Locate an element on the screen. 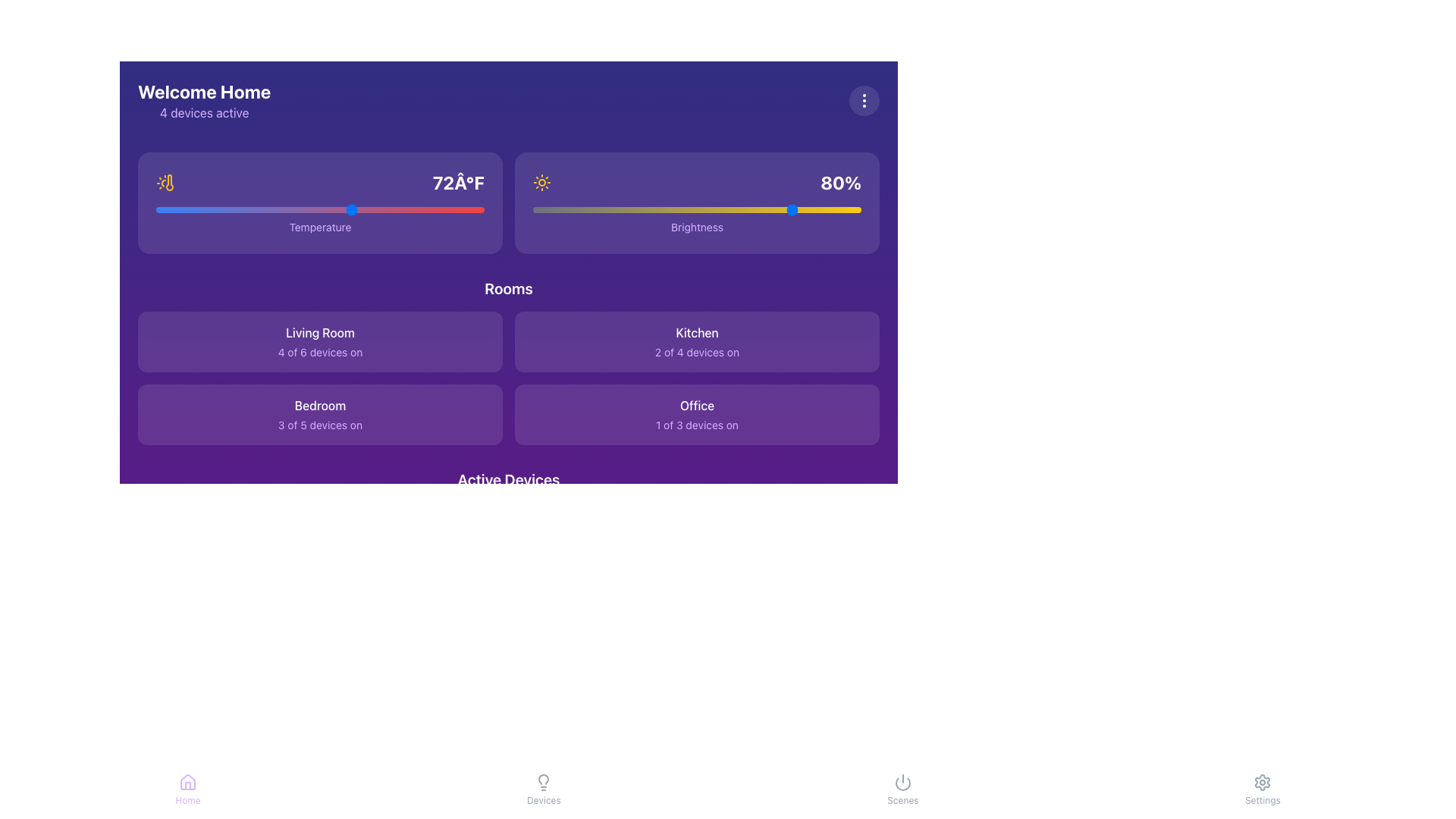 The width and height of the screenshot is (1456, 819). brightness level is located at coordinates (648, 210).